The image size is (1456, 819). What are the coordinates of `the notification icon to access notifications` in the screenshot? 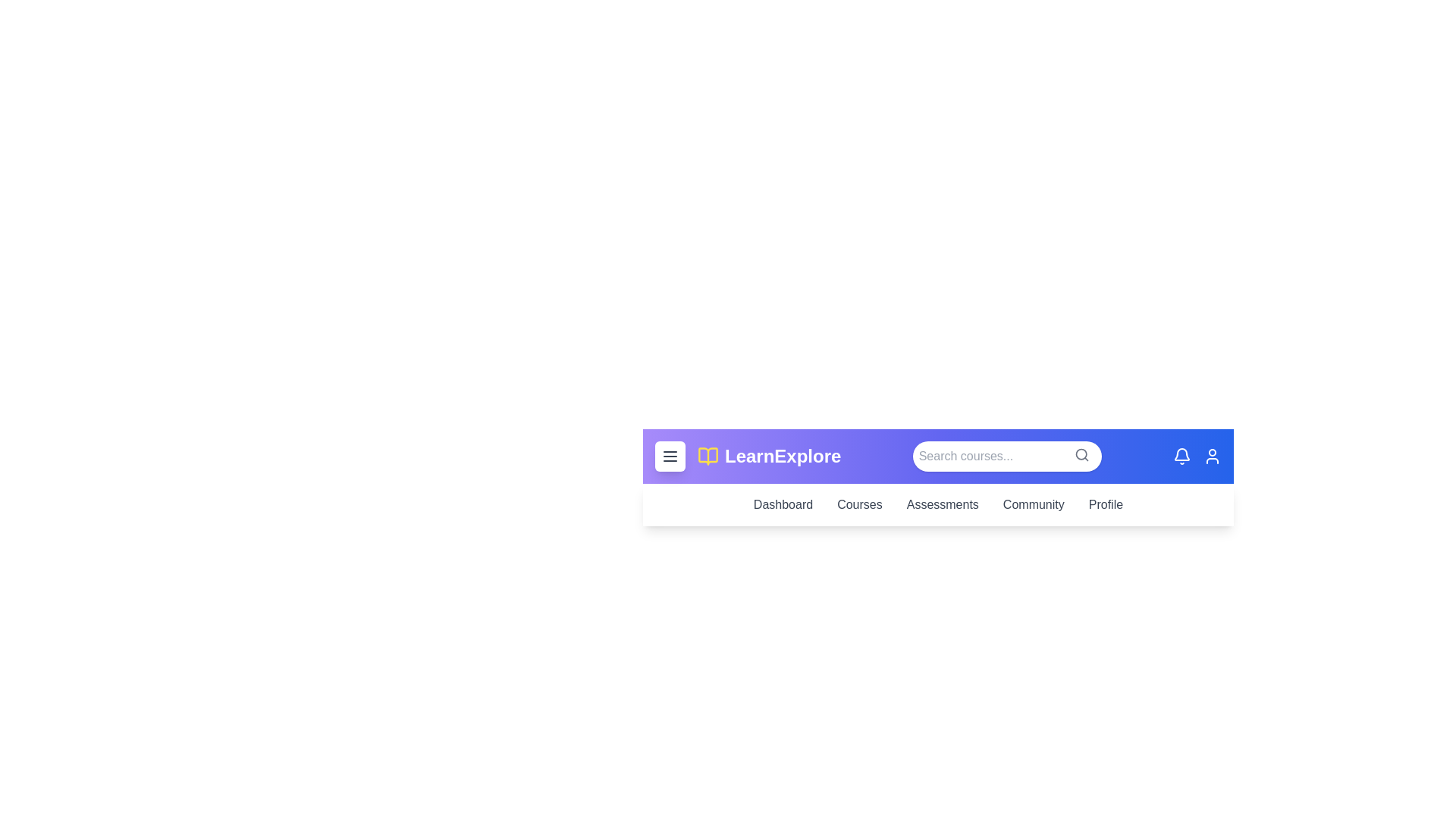 It's located at (1181, 455).